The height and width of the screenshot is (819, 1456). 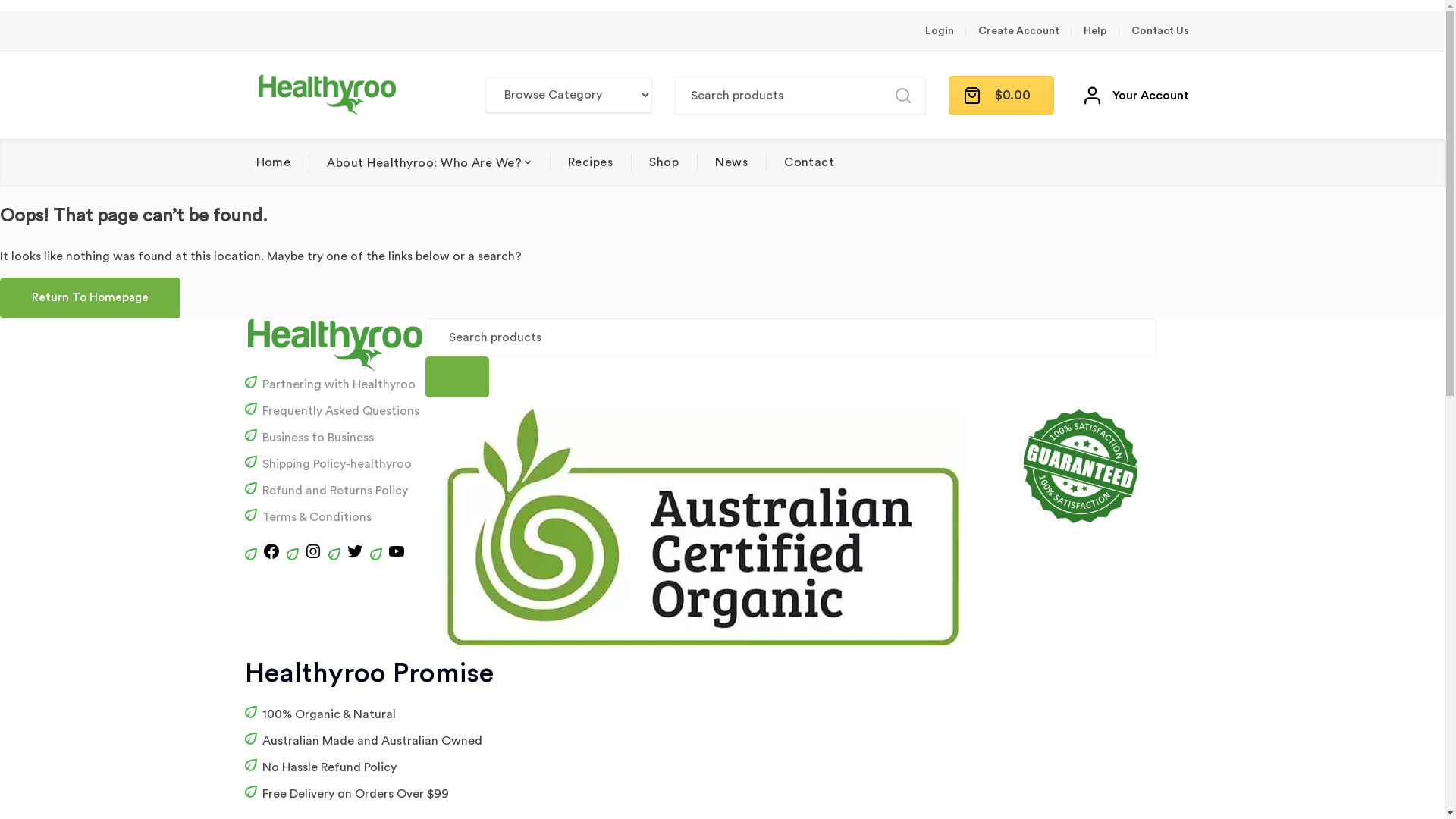 I want to click on 'Refund and Returns Policy', so click(x=262, y=491).